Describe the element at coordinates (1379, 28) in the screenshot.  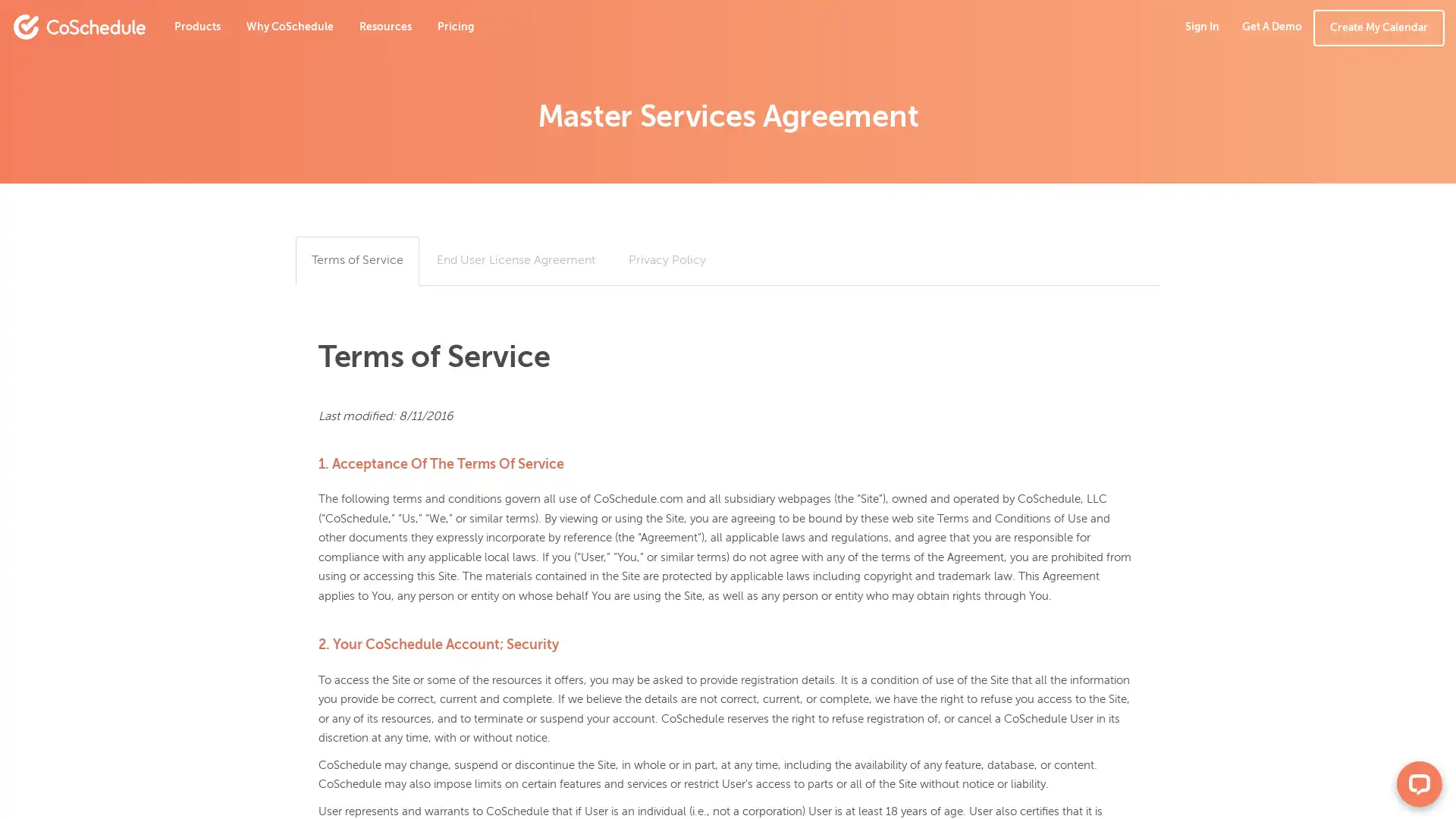
I see `Create My Calendar` at that location.